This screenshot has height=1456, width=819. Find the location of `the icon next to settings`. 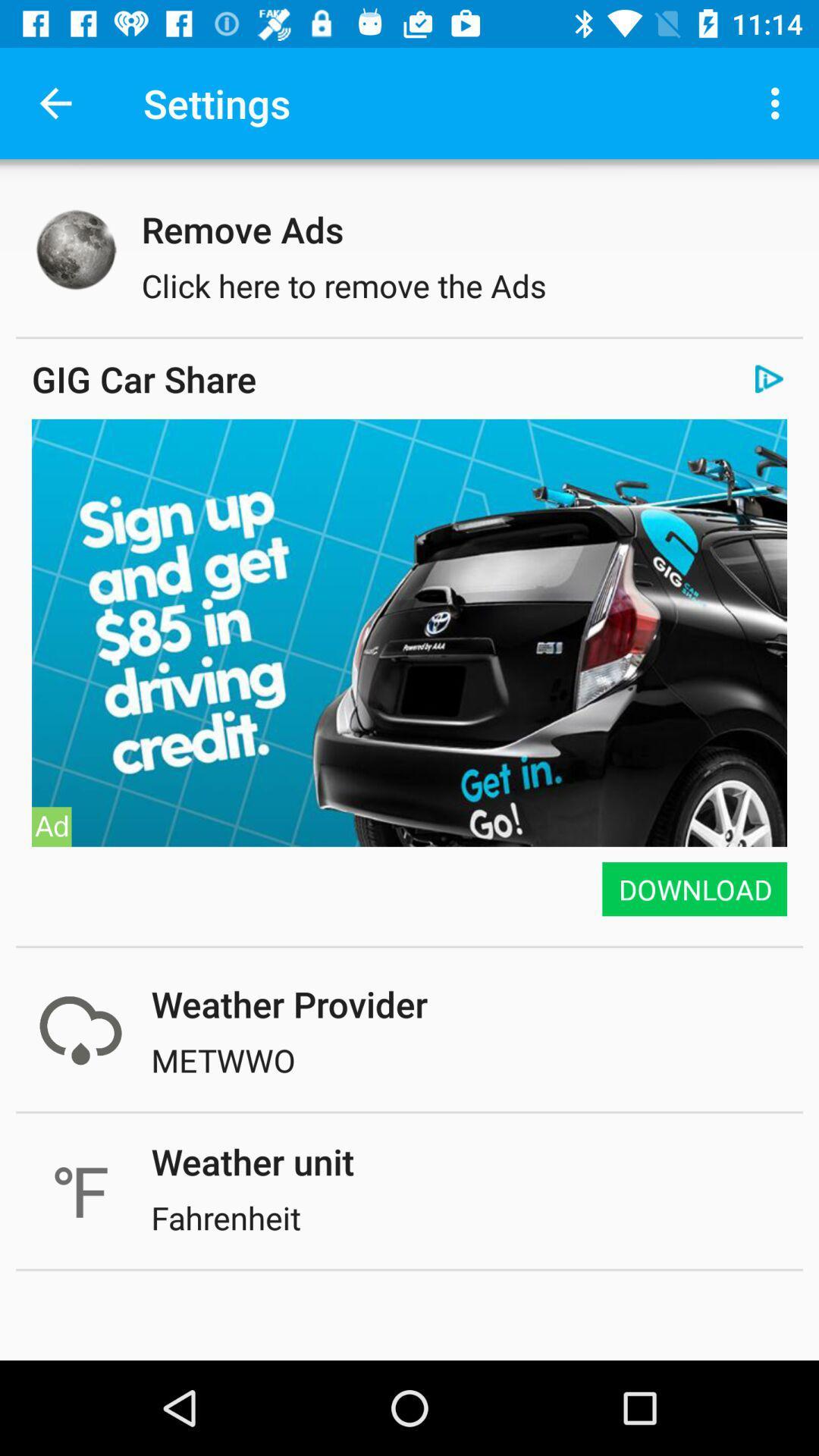

the icon next to settings is located at coordinates (55, 102).